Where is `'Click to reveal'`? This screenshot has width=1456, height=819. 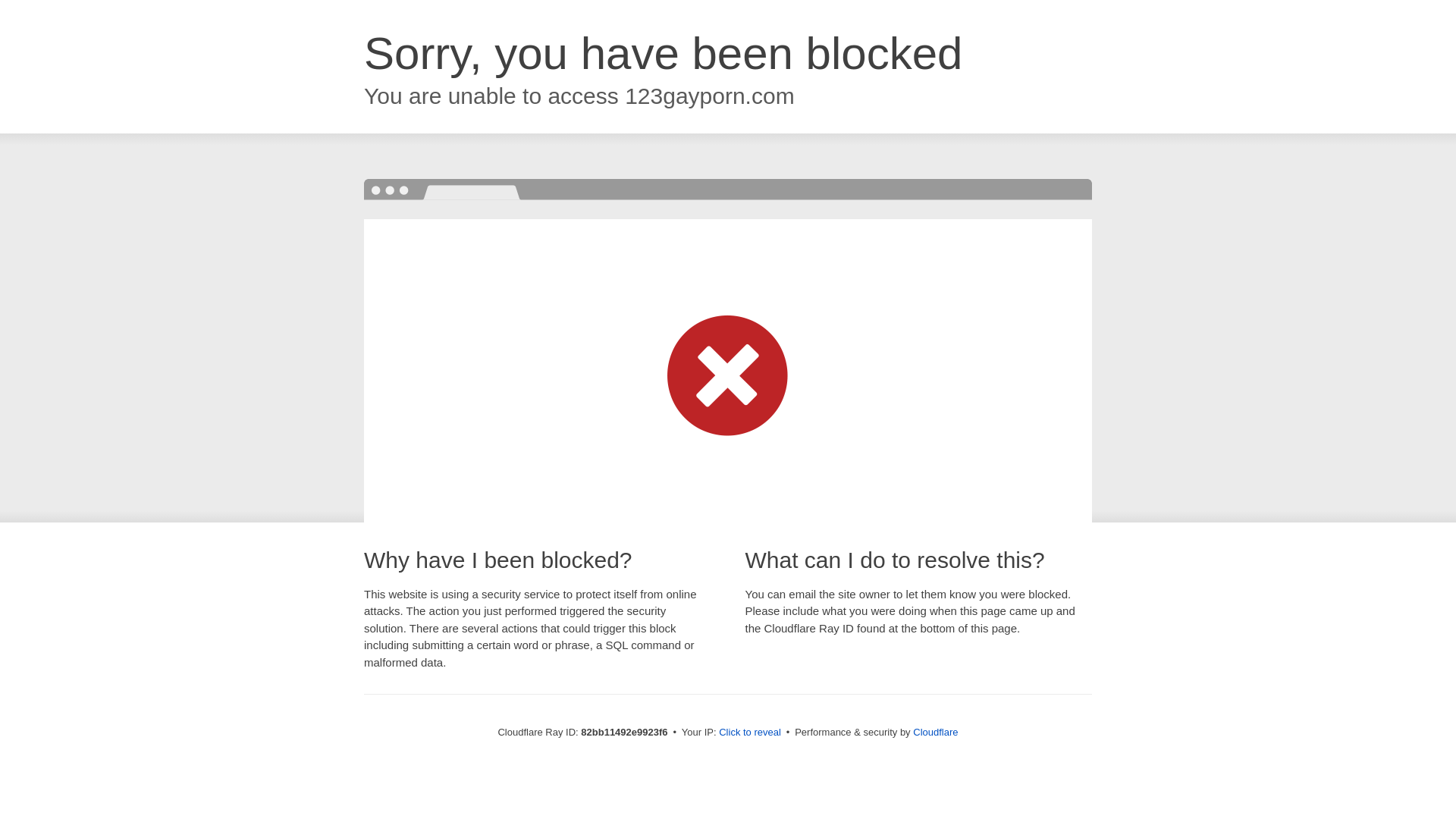
'Click to reveal' is located at coordinates (749, 731).